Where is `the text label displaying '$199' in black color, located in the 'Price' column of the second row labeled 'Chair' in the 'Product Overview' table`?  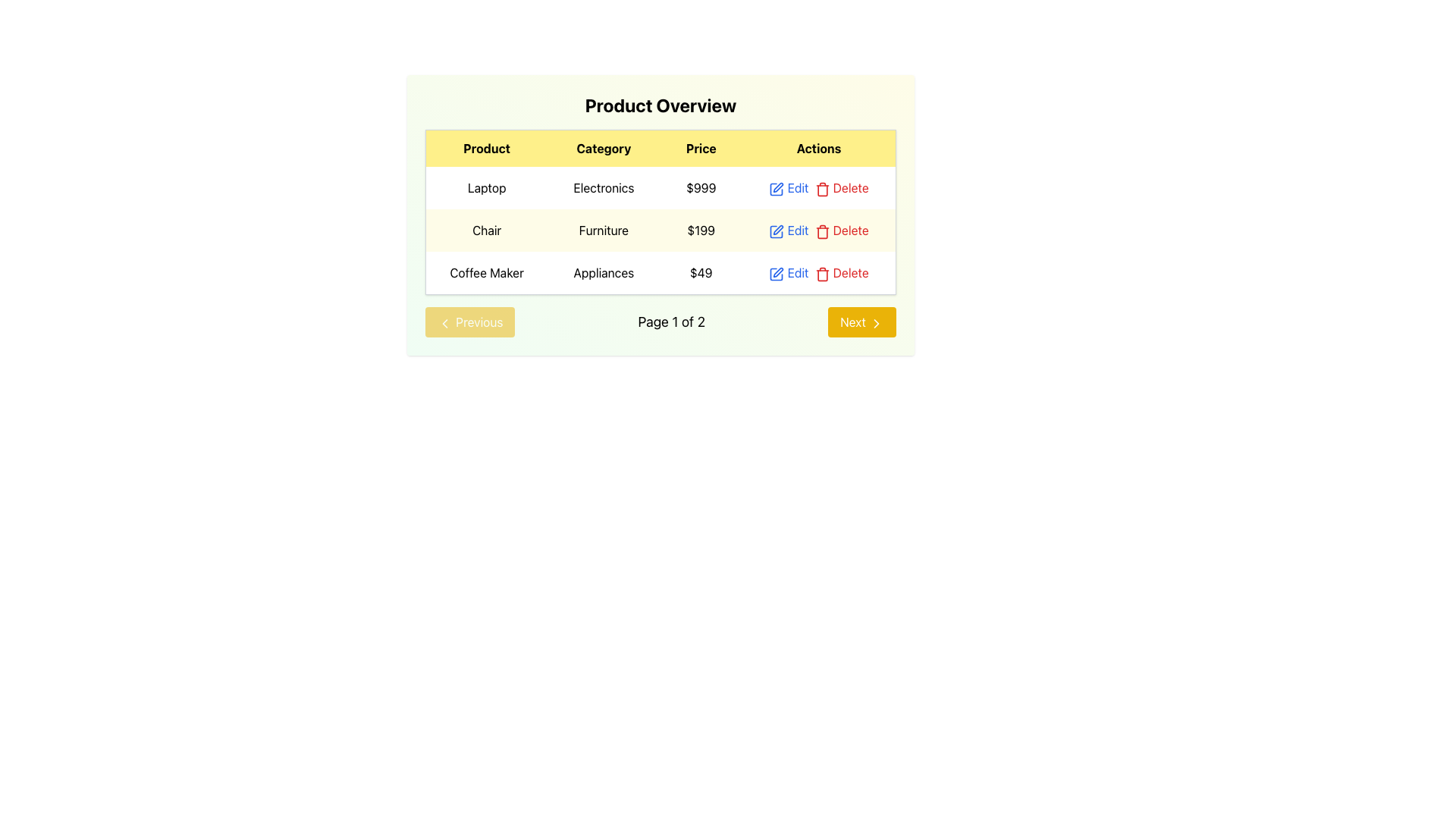
the text label displaying '$199' in black color, located in the 'Price' column of the second row labeled 'Chair' in the 'Product Overview' table is located at coordinates (700, 231).